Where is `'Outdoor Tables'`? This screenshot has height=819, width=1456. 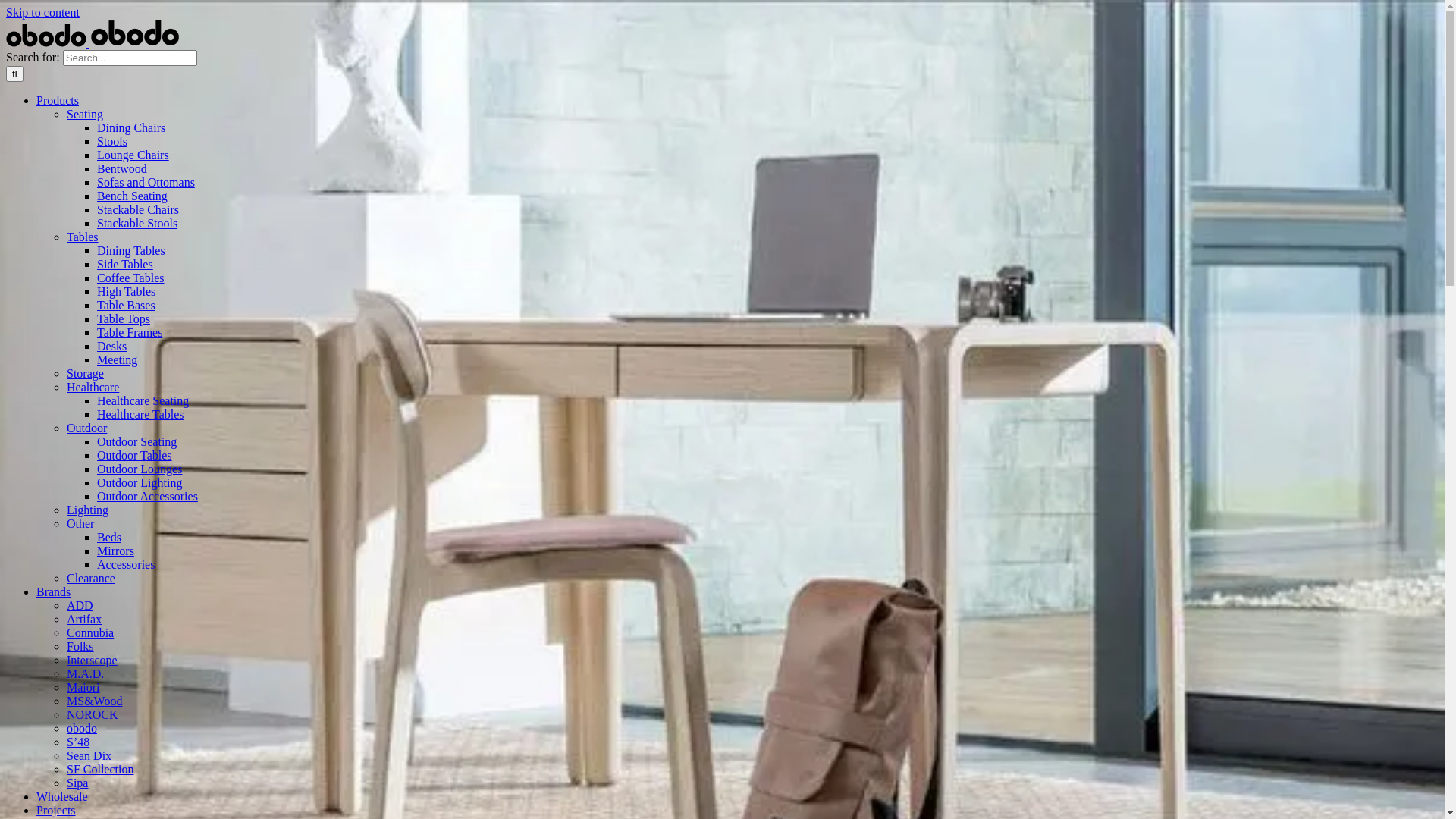
'Outdoor Tables' is located at coordinates (134, 454).